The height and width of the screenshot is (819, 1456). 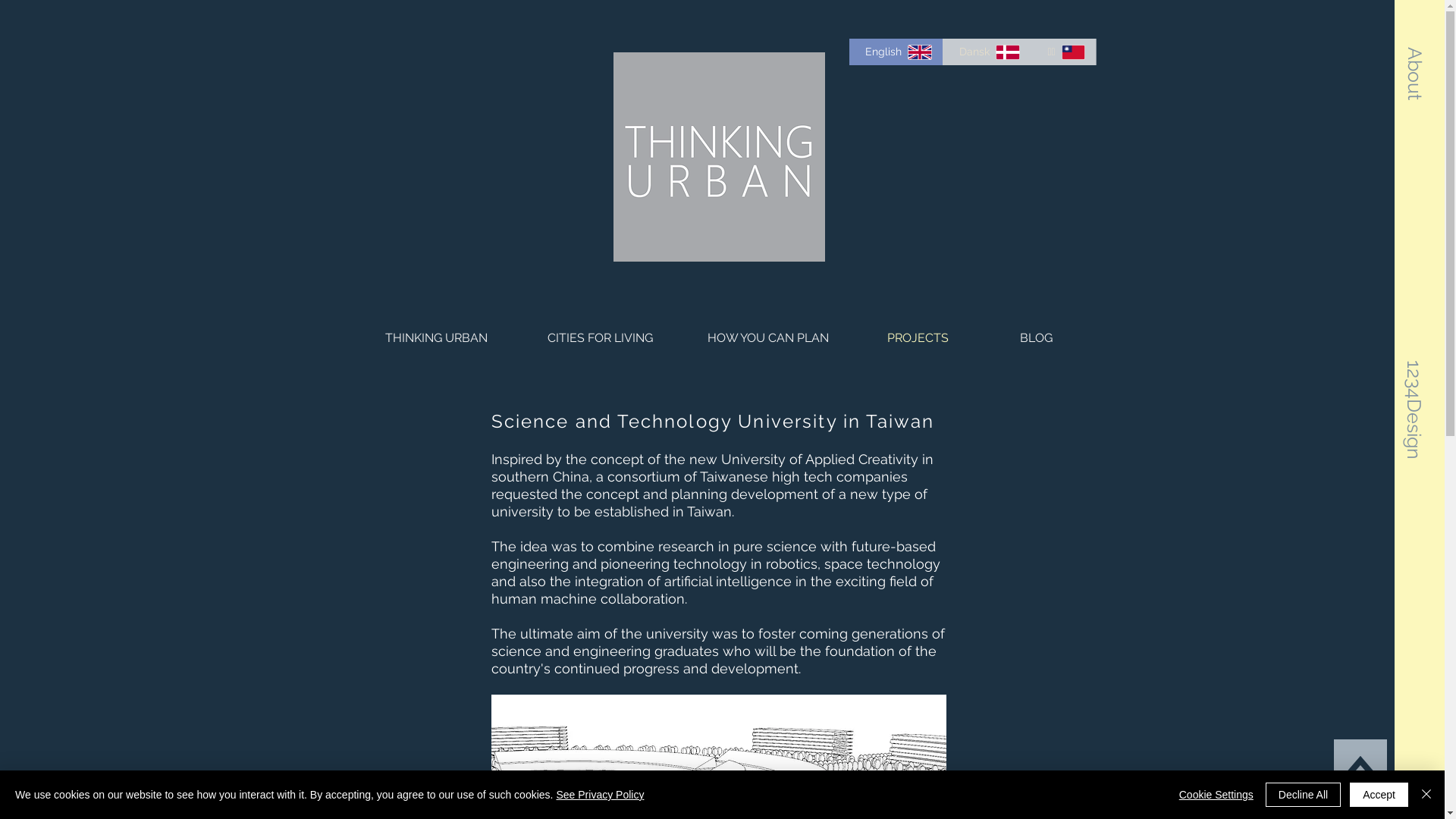 What do you see at coordinates (599, 794) in the screenshot?
I see `'See Privacy Policy'` at bounding box center [599, 794].